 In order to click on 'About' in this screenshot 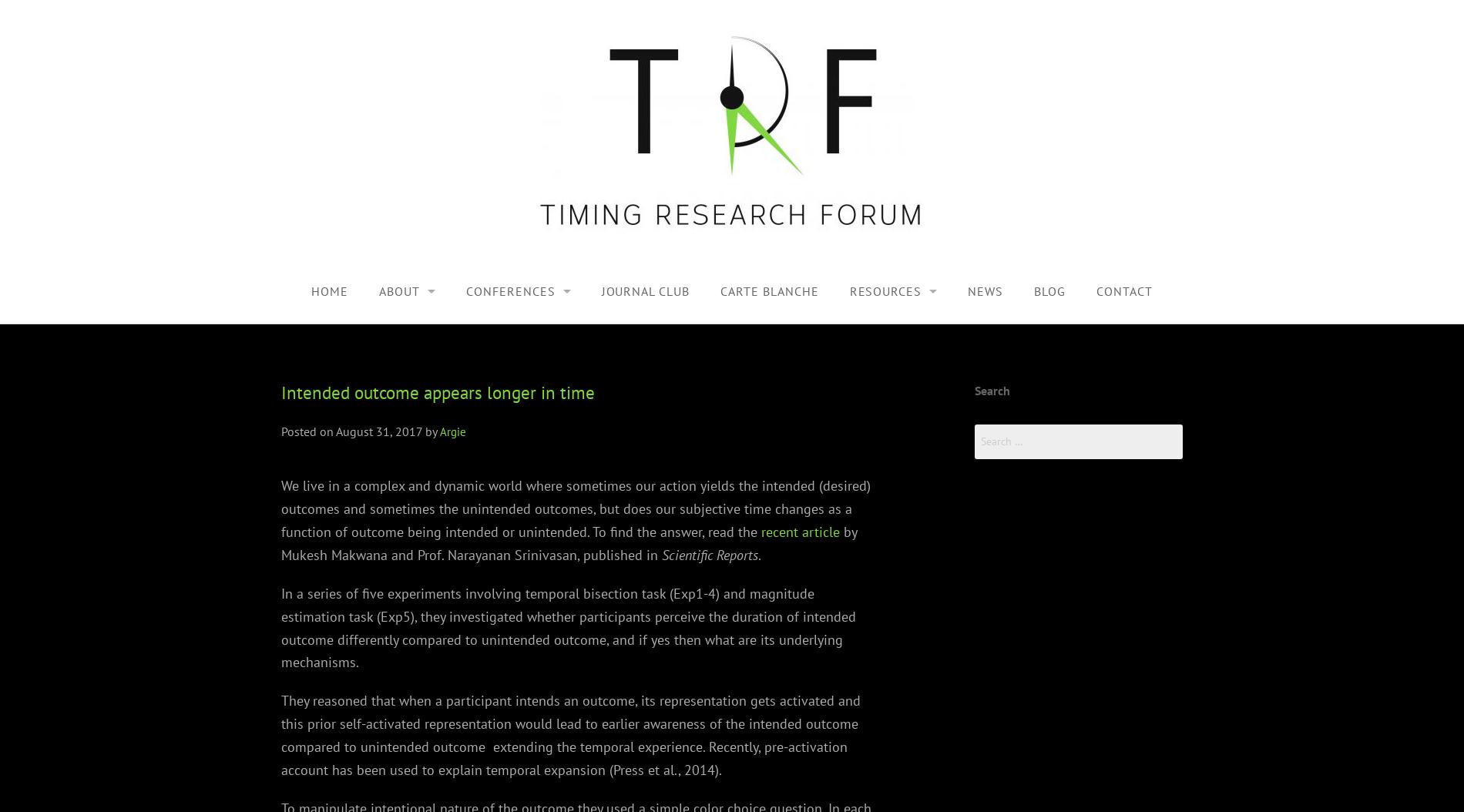, I will do `click(378, 290)`.